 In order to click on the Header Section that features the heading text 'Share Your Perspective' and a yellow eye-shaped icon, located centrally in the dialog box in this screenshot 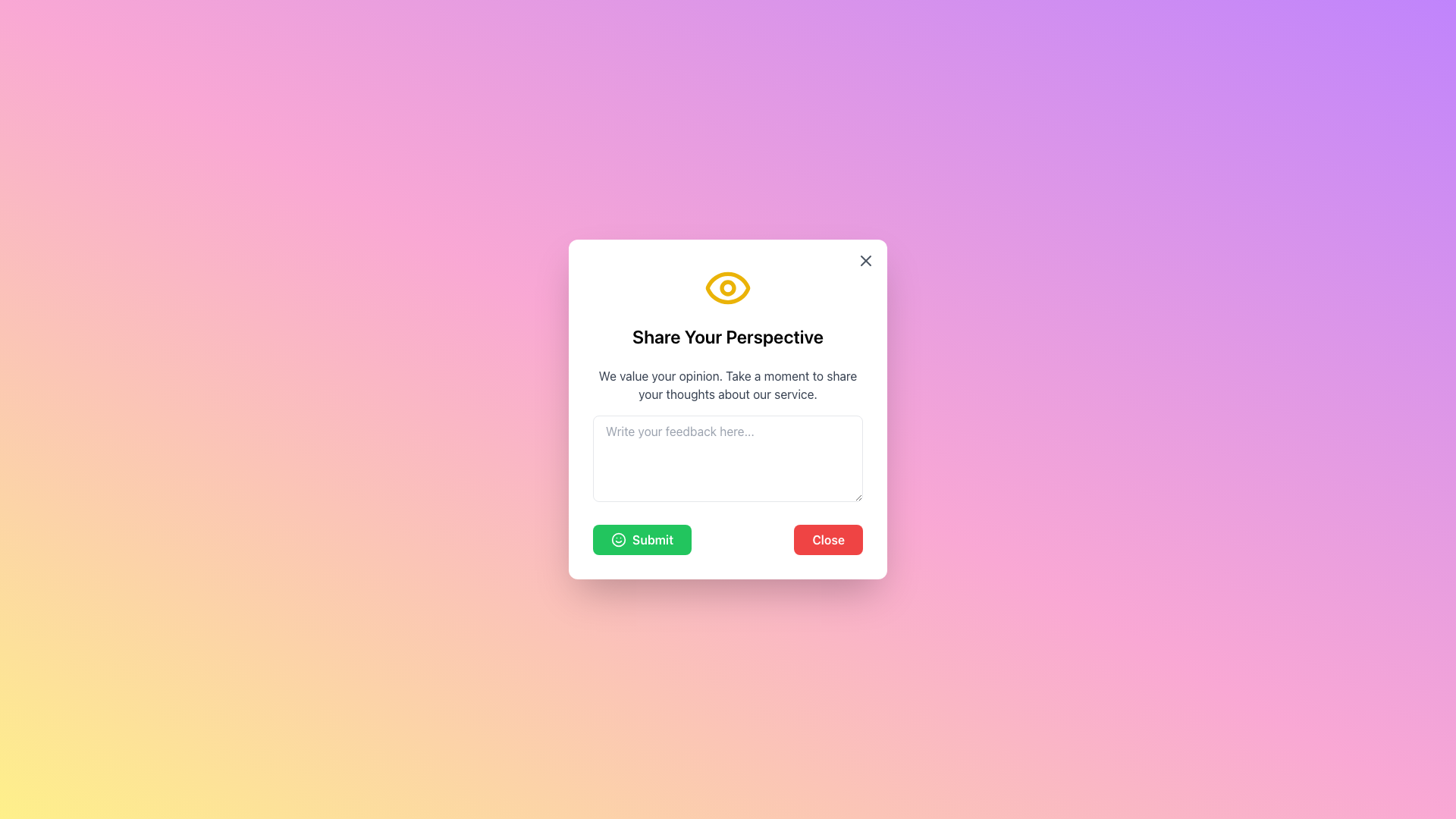, I will do `click(728, 306)`.